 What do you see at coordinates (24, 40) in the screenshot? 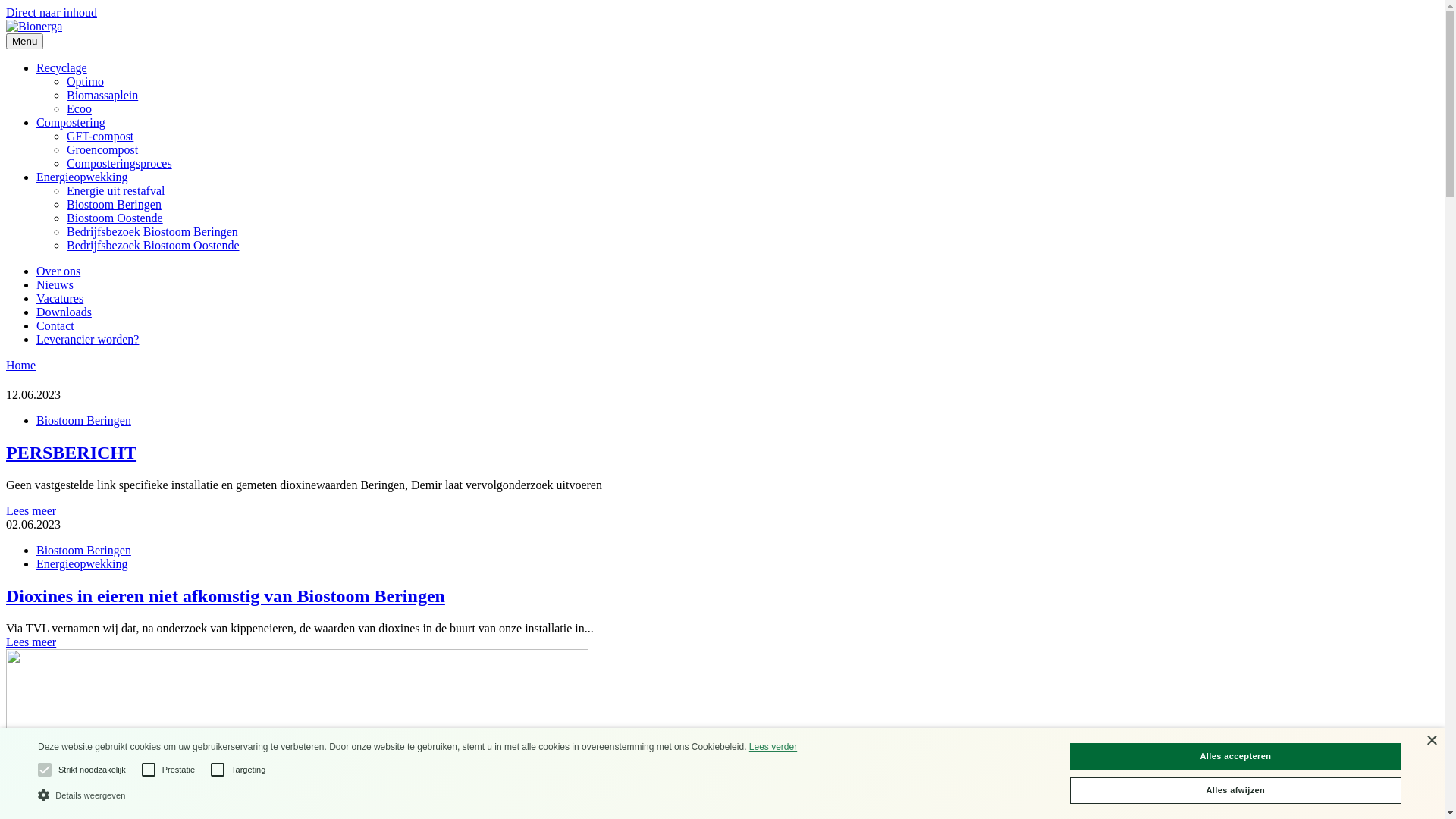
I see `'Menu'` at bounding box center [24, 40].